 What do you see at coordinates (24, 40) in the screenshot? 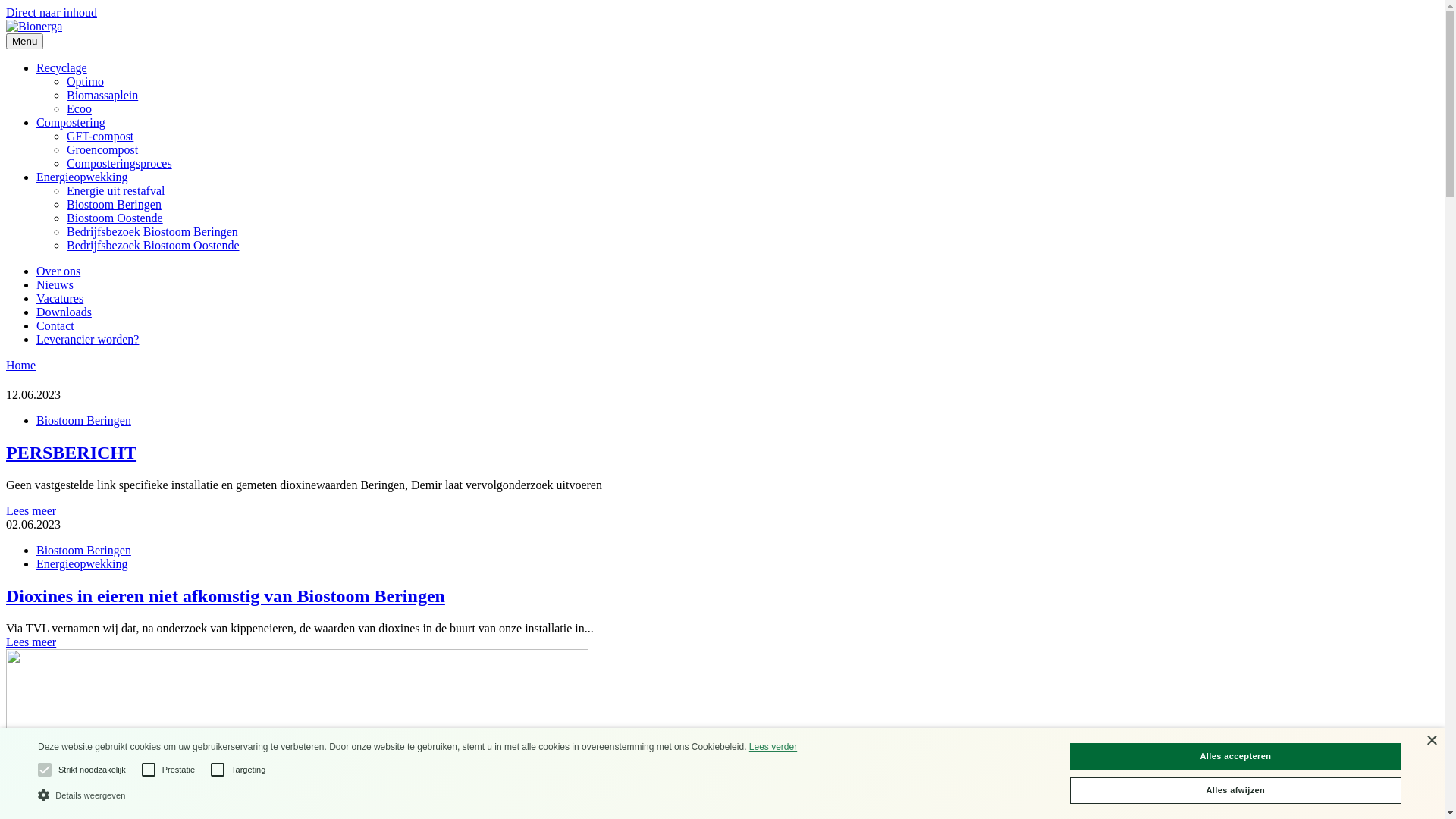
I see `'Menu'` at bounding box center [24, 40].